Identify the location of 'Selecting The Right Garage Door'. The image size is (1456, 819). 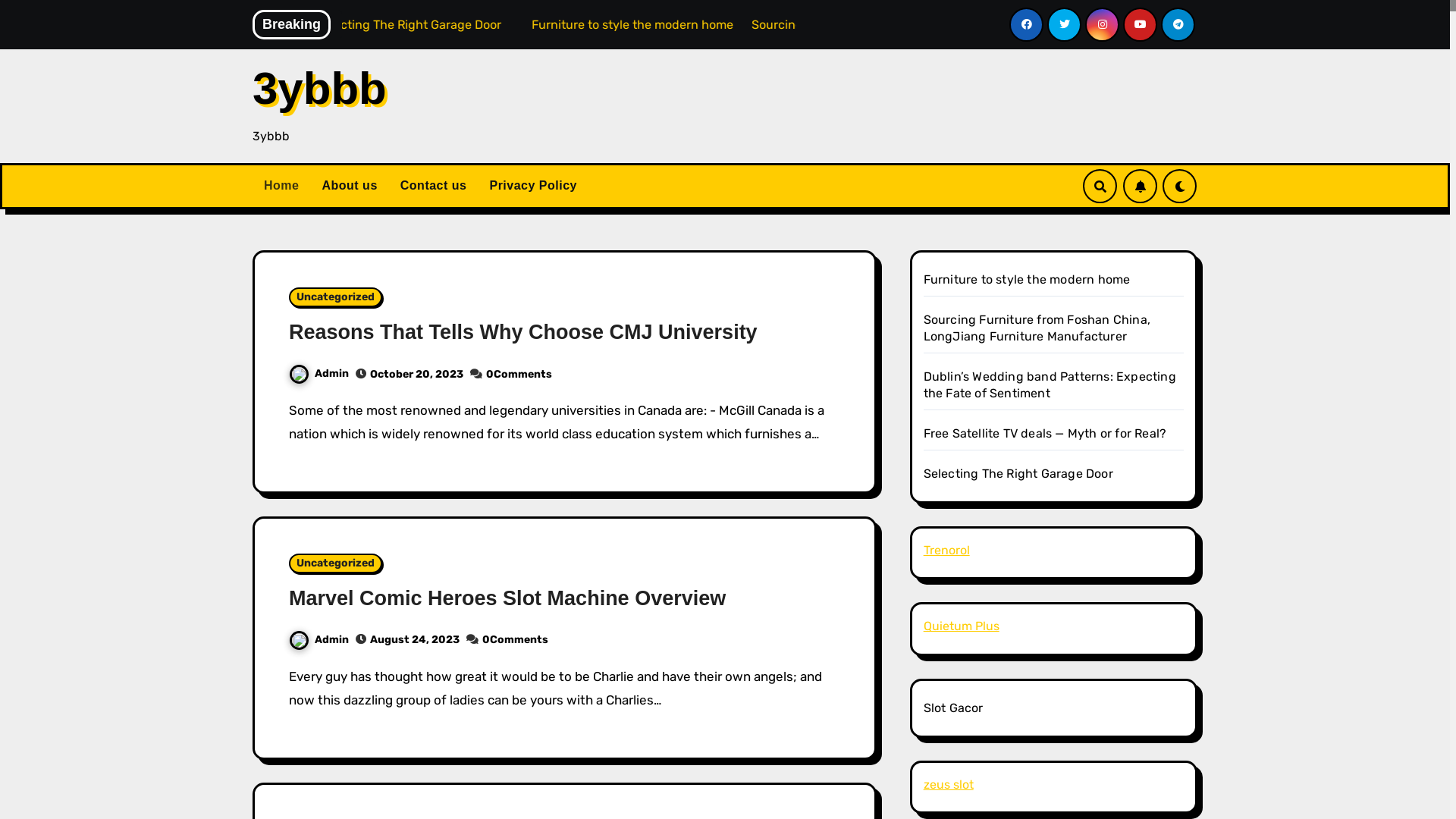
(1018, 472).